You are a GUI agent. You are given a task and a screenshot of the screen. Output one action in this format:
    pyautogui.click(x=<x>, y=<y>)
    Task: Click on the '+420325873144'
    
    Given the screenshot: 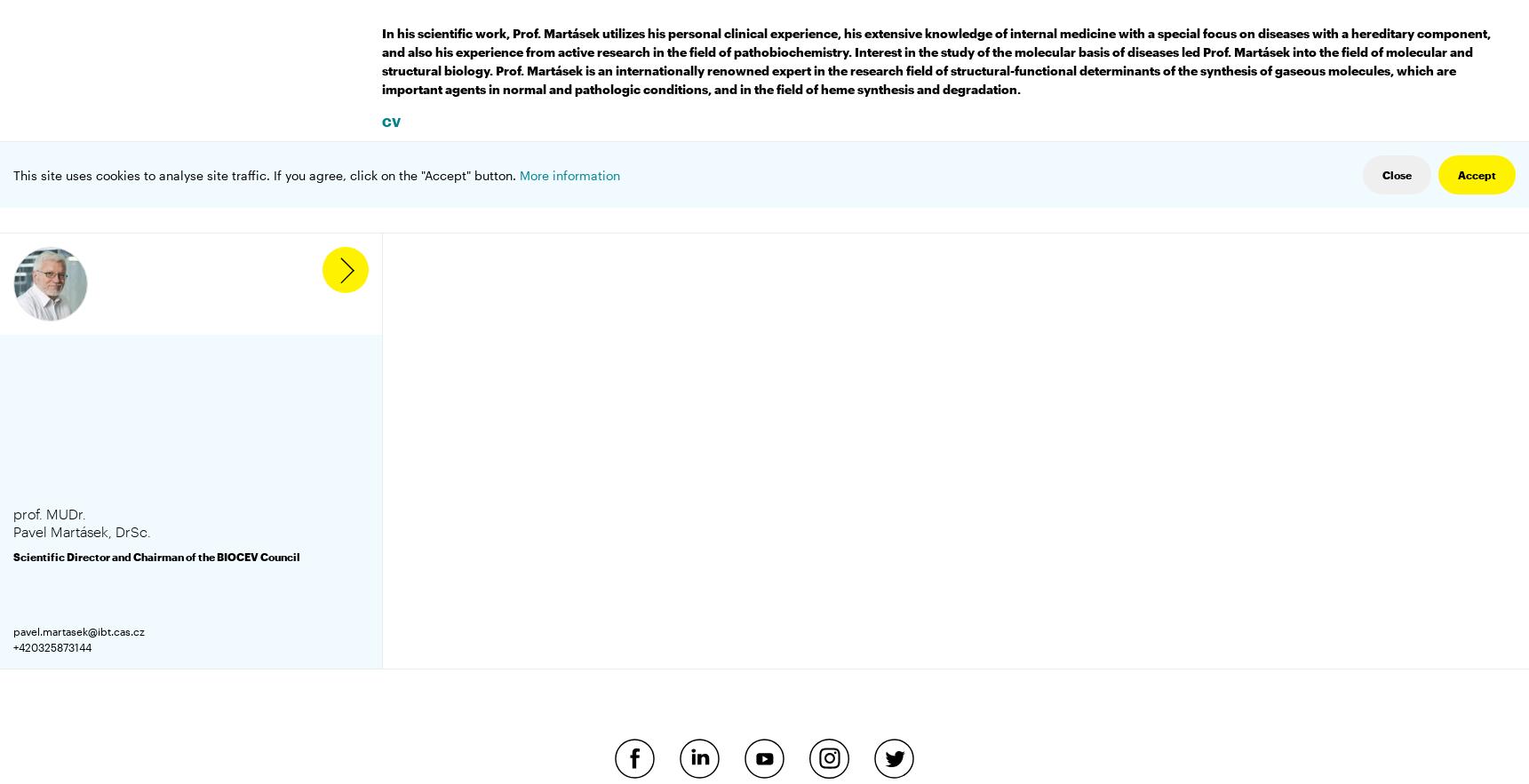 What is the action you would take?
    pyautogui.click(x=52, y=645)
    